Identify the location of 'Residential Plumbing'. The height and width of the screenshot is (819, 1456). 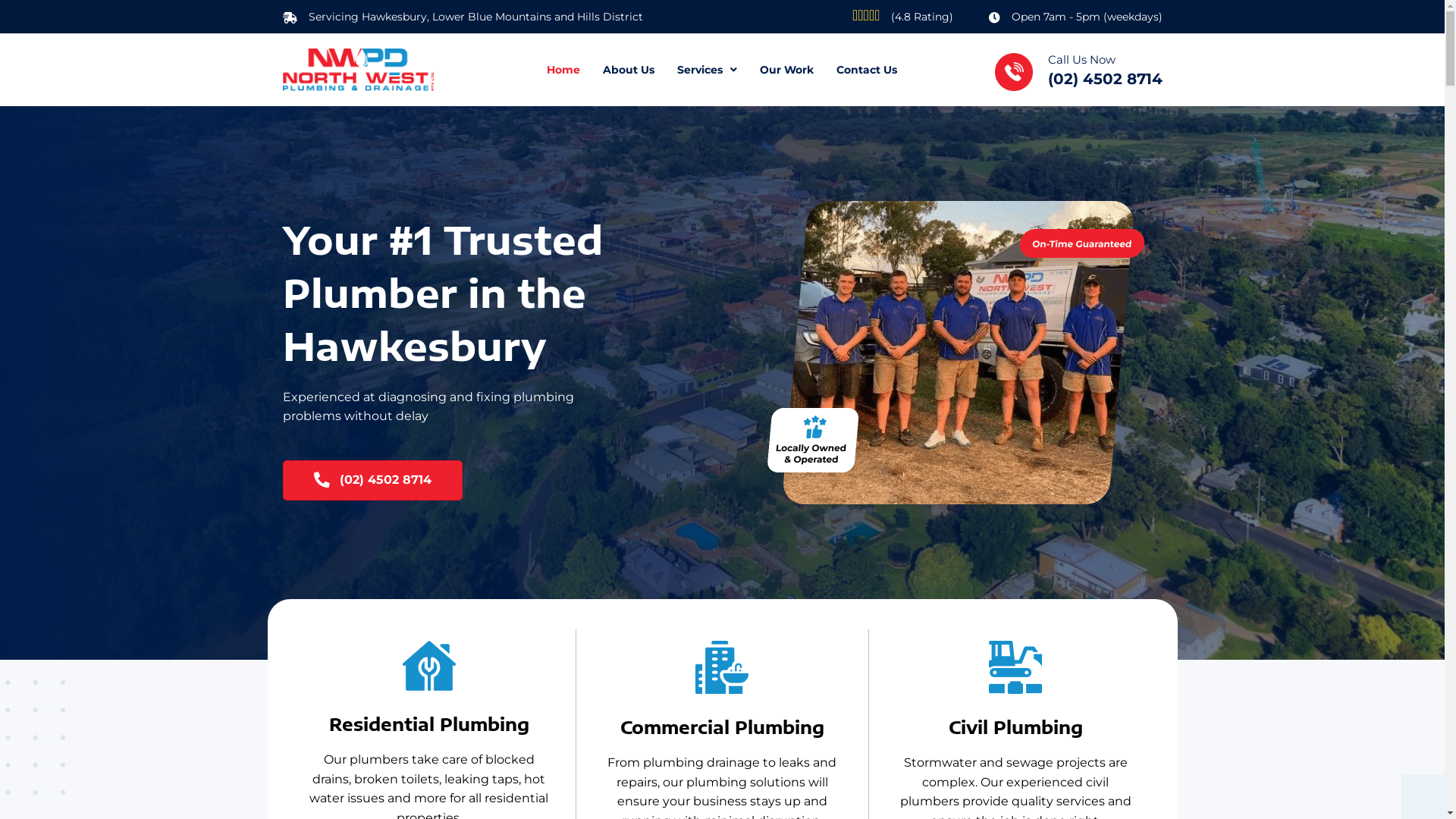
(428, 665).